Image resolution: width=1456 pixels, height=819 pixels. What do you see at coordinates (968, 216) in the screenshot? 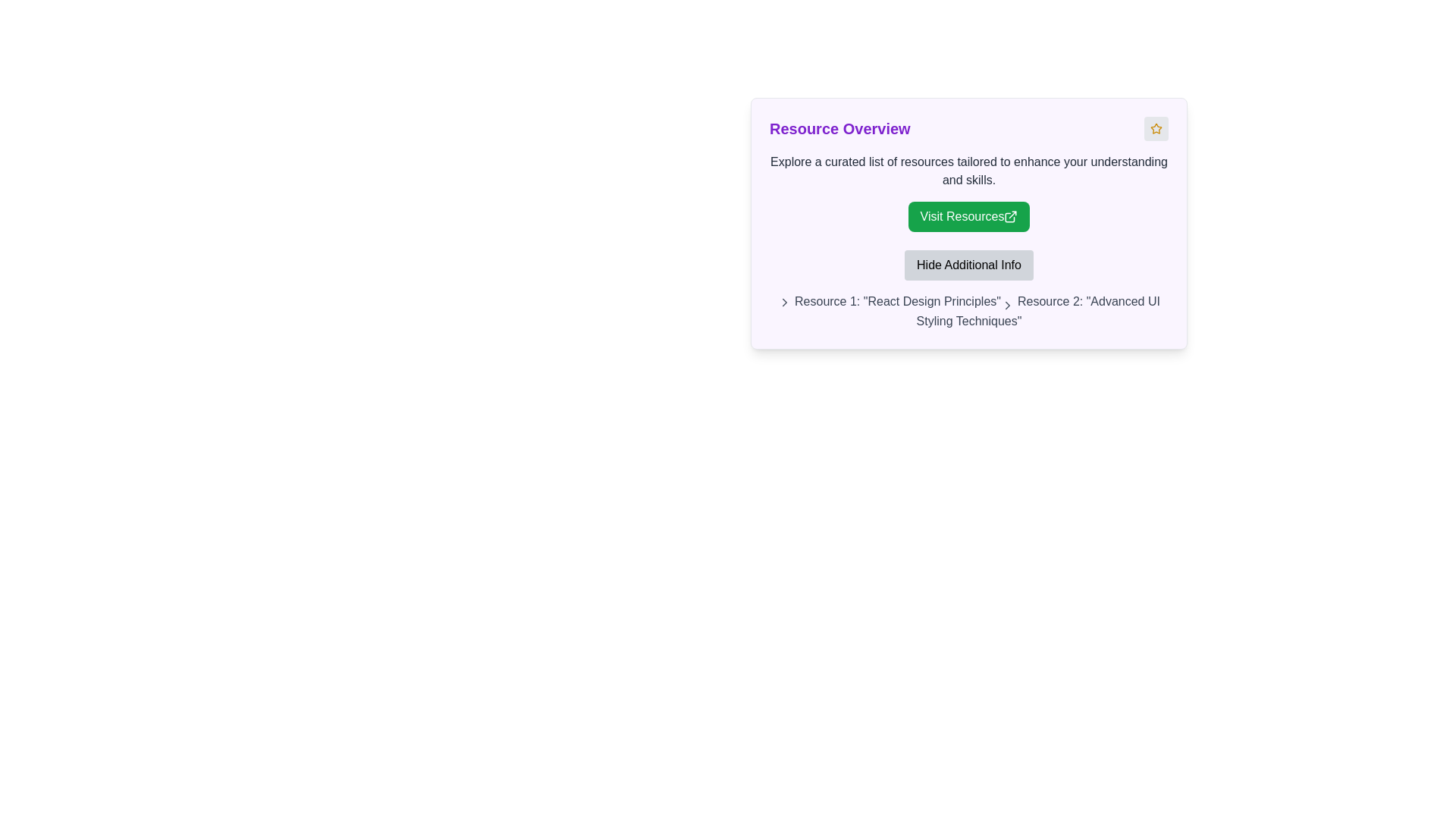
I see `the 'Visit Resources' button, which is a bright green rectangular button with rounded corners and white text, located in the 'Resource Overview' panel` at bounding box center [968, 216].